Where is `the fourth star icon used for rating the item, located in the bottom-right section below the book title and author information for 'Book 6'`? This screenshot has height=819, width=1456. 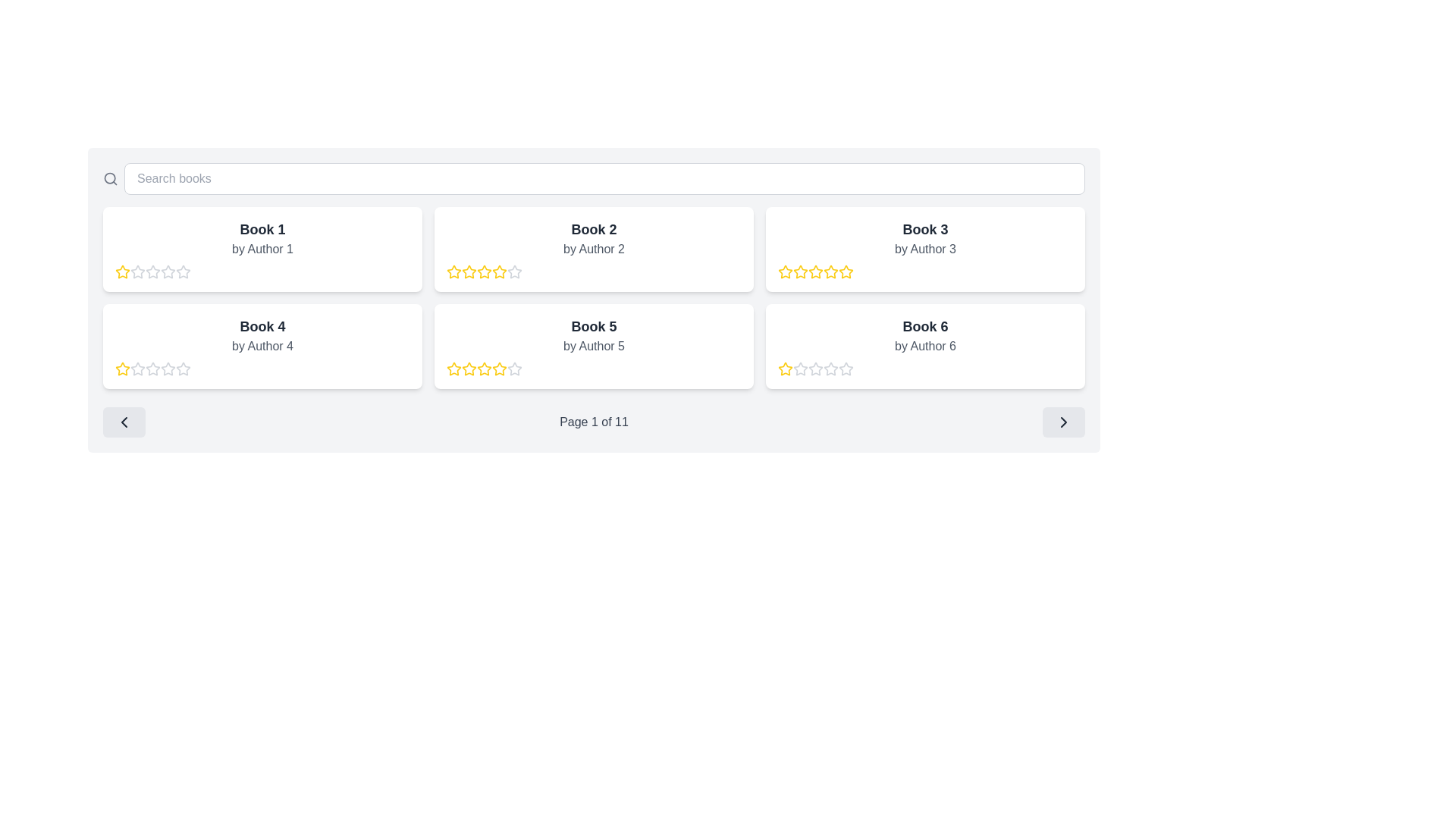 the fourth star icon used for rating the item, located in the bottom-right section below the book title and author information for 'Book 6' is located at coordinates (814, 369).